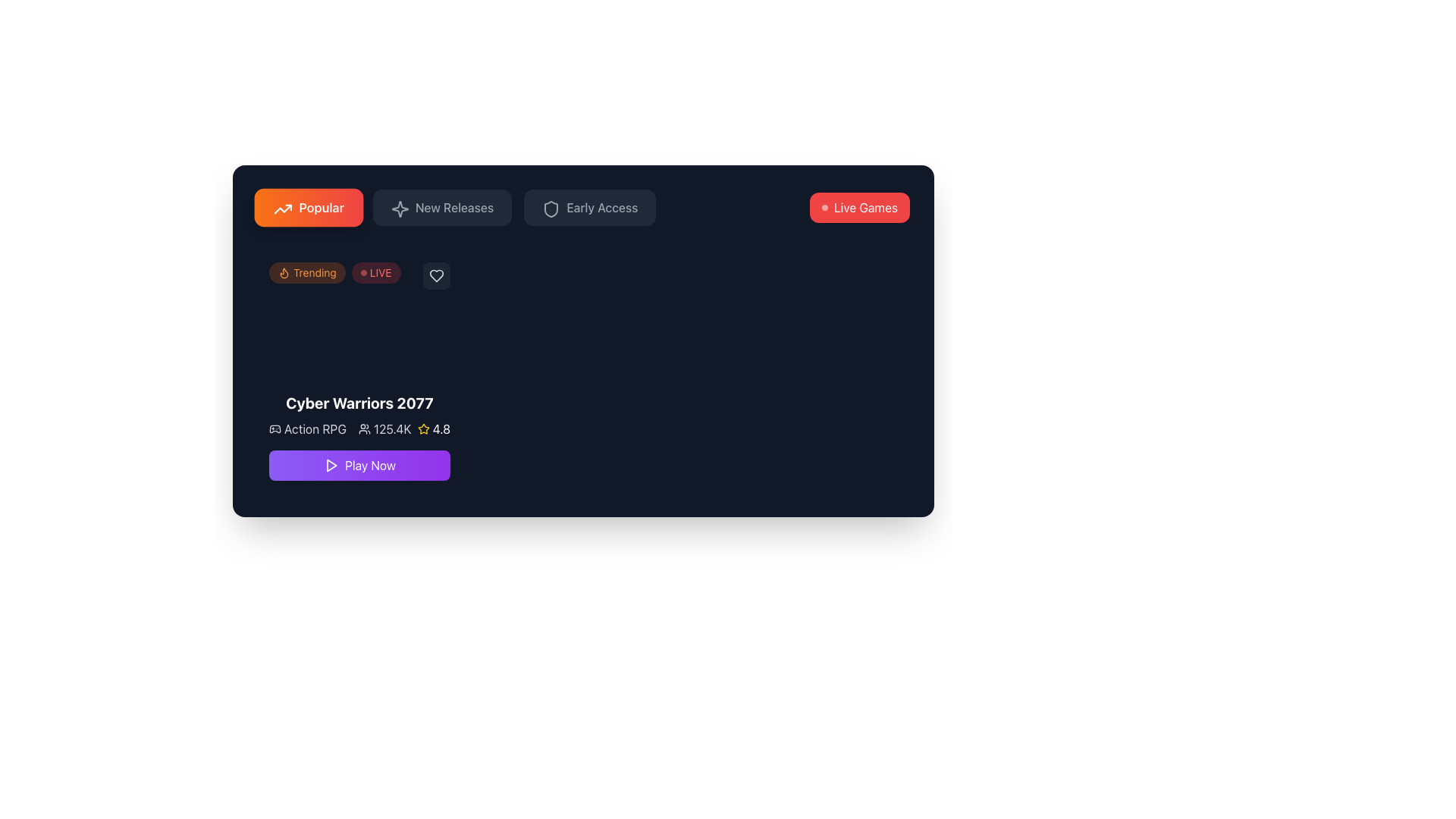 The width and height of the screenshot is (1456, 819). I want to click on the purple gradient button labeled 'Play Now', so click(370, 464).